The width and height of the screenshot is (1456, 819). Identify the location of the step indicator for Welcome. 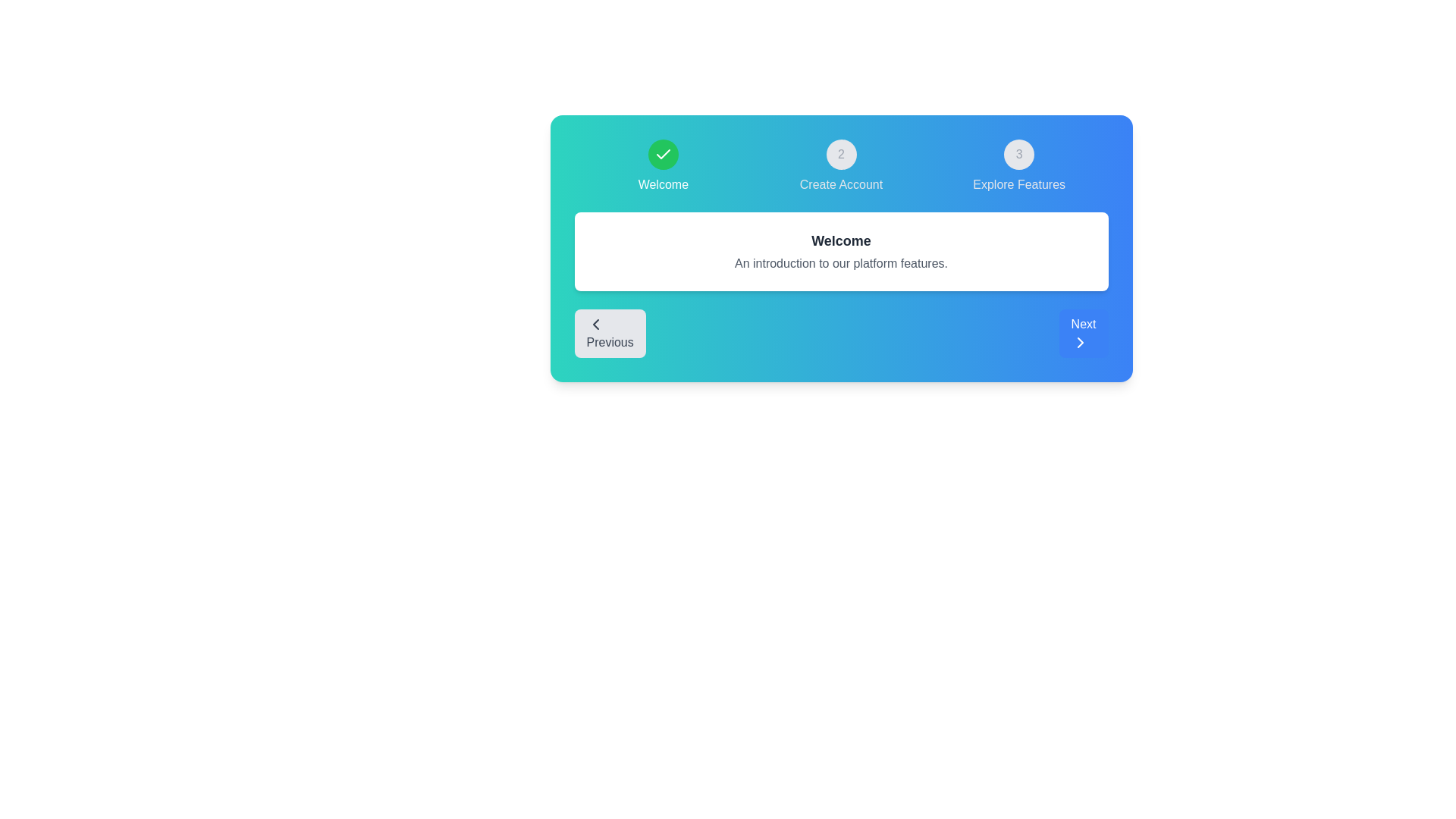
(663, 166).